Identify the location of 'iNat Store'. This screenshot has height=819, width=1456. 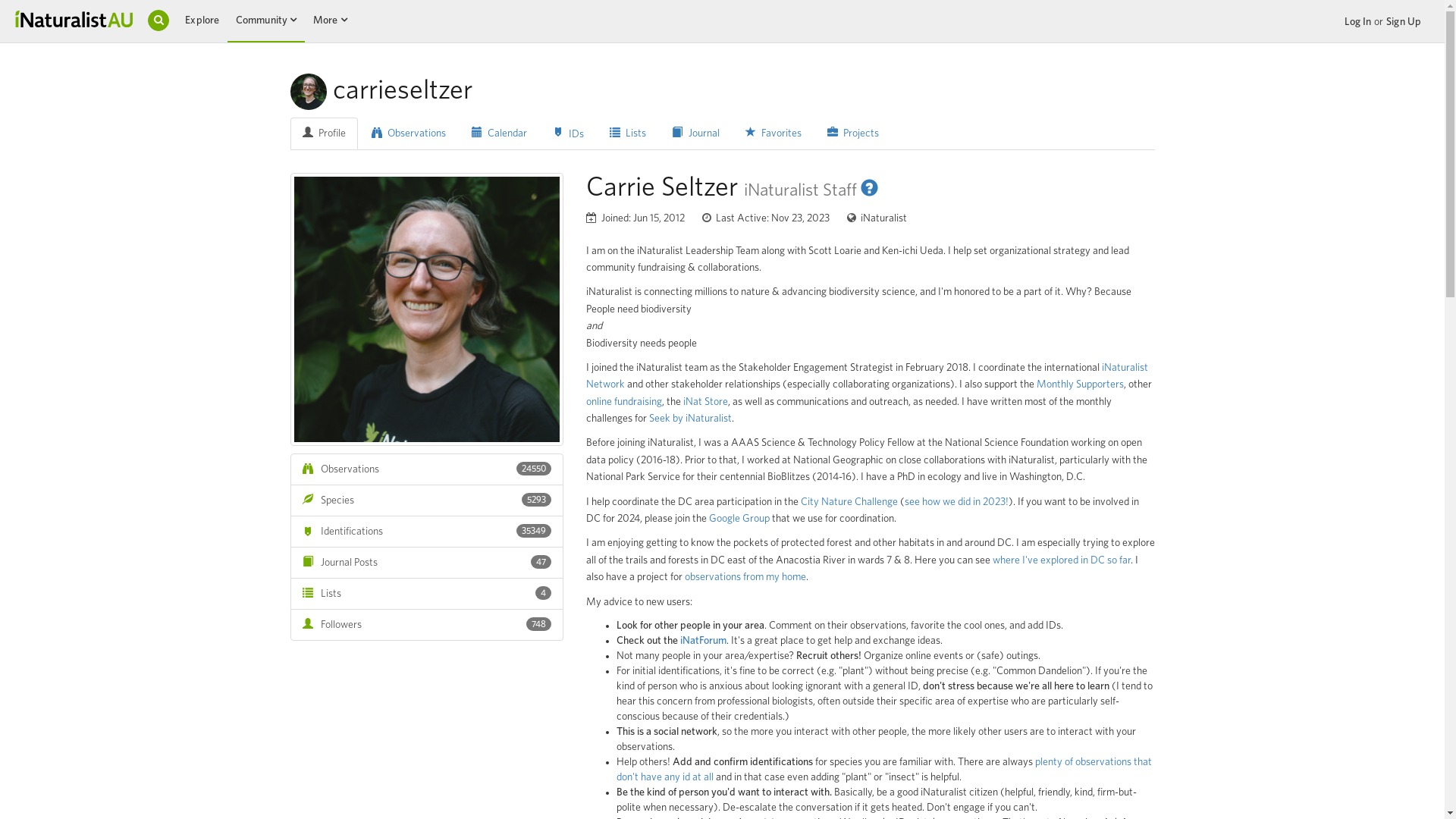
(704, 400).